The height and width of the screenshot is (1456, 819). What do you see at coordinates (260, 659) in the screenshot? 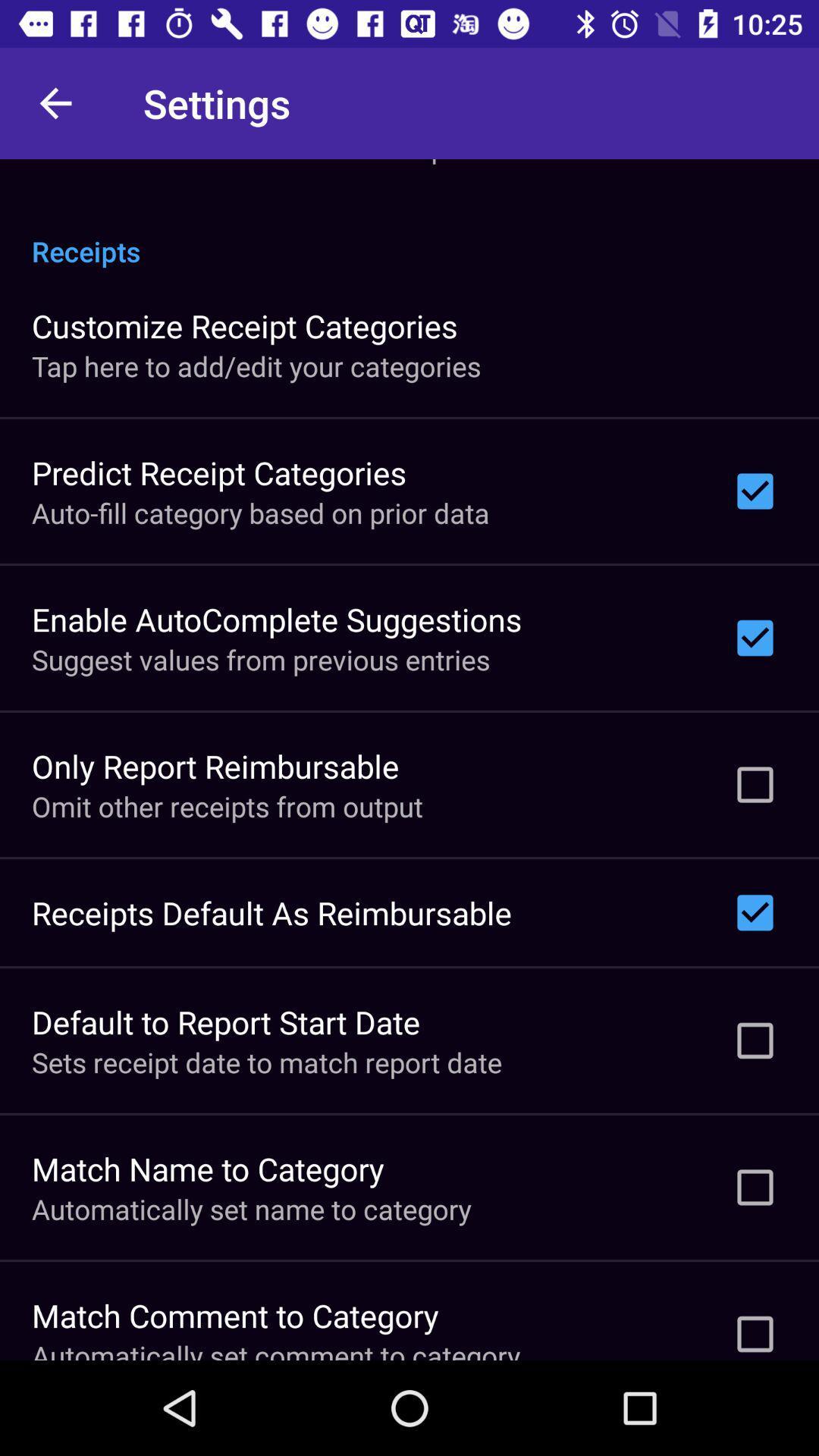
I see `the item below enable autocomplete suggestions icon` at bounding box center [260, 659].